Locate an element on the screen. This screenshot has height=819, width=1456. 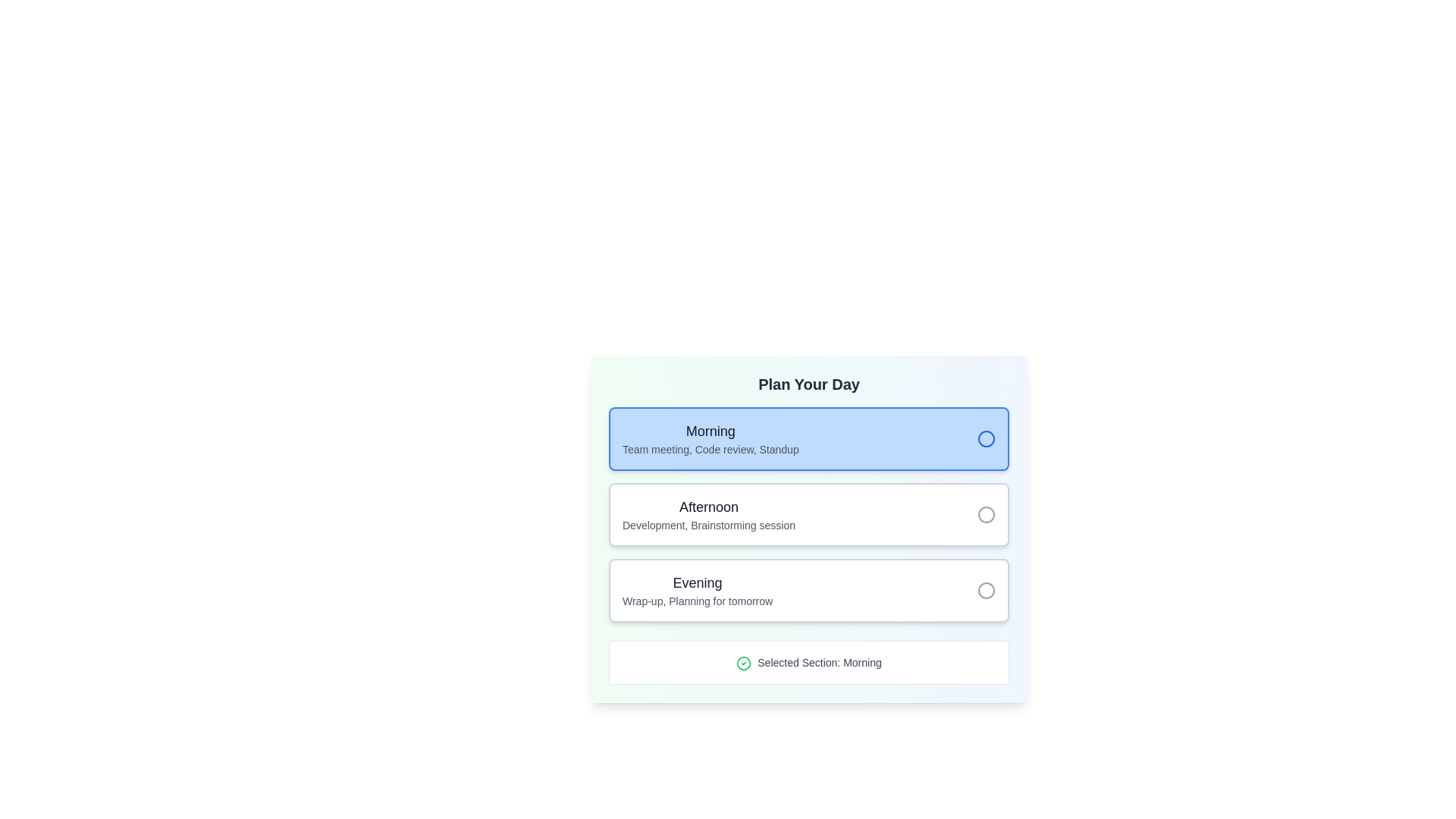
the Text Label that provides additional descriptive information for the 'Evening' section, located beneath the 'Evening' label is located at coordinates (697, 601).